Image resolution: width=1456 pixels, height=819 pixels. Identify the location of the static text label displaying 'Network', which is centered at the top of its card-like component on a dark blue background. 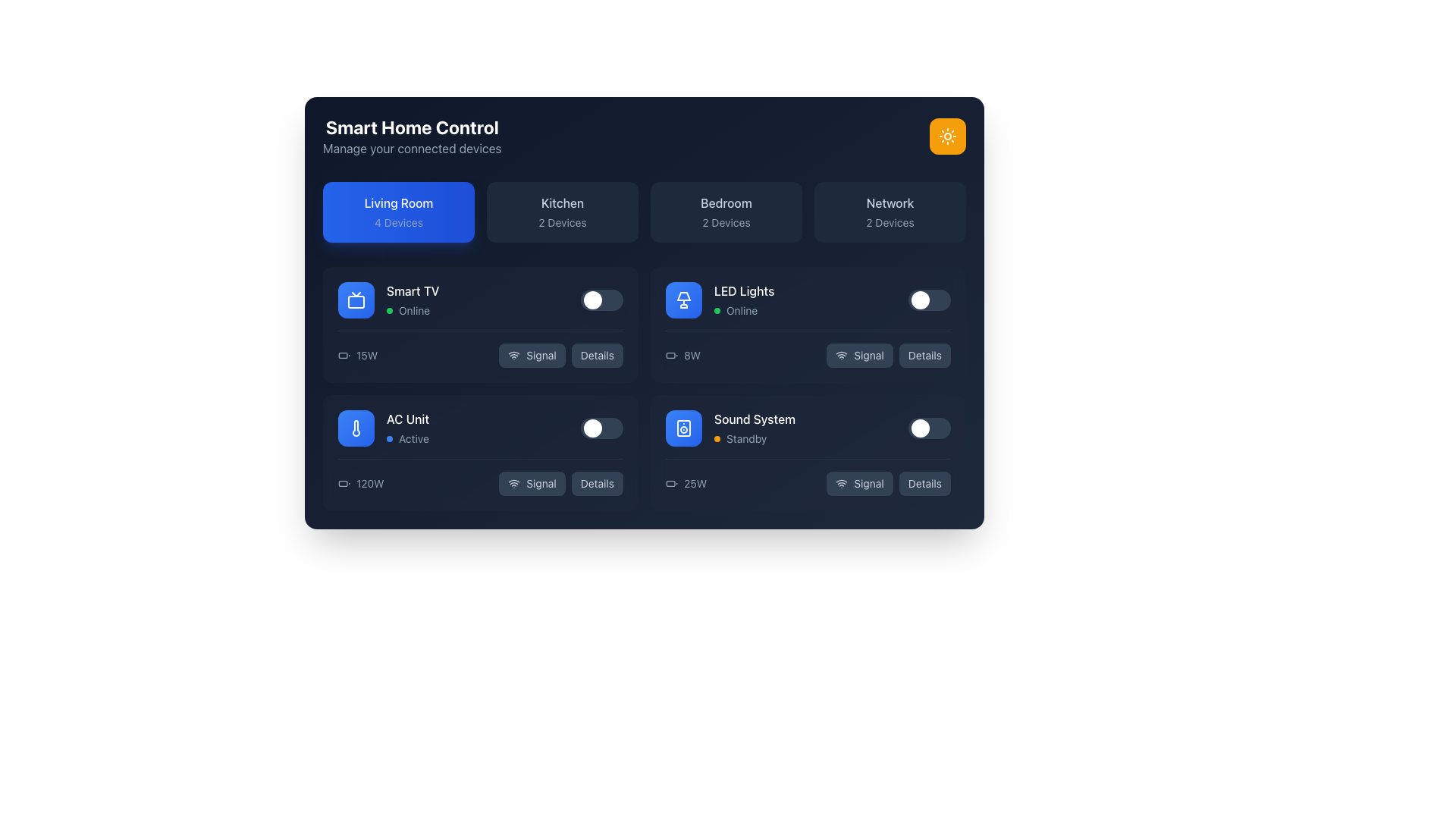
(890, 202).